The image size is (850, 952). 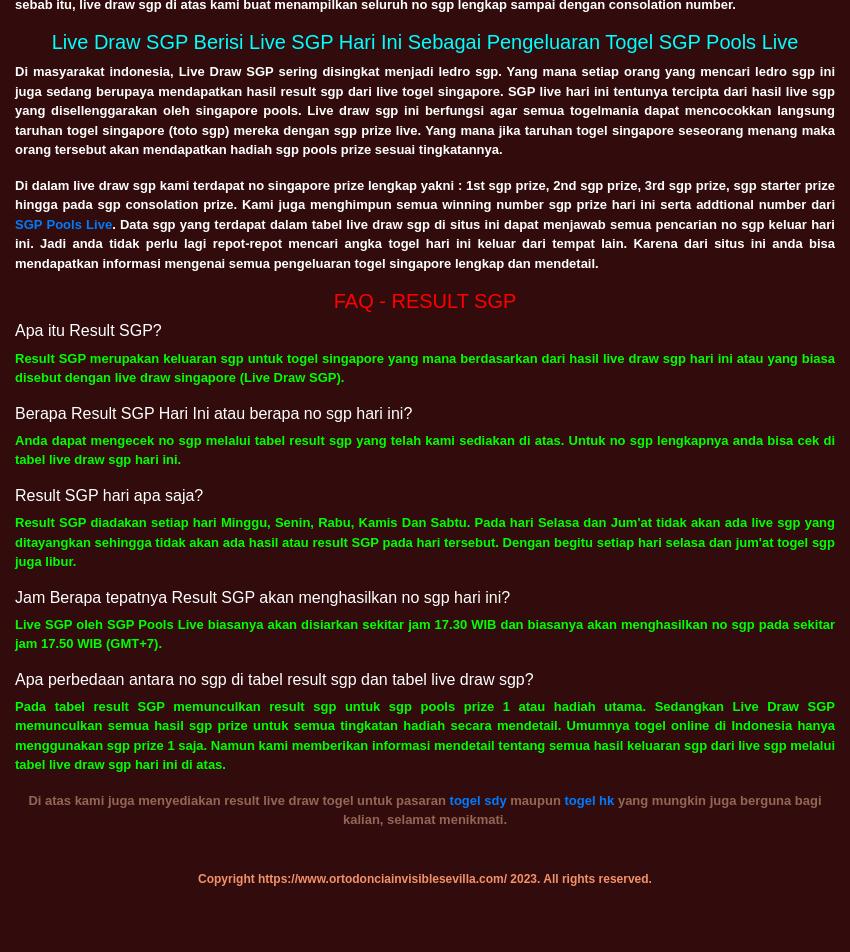 What do you see at coordinates (261, 596) in the screenshot?
I see `'Jam Berapa tepatnya Result SGP akan menghasilkan no sgp hari ini?'` at bounding box center [261, 596].